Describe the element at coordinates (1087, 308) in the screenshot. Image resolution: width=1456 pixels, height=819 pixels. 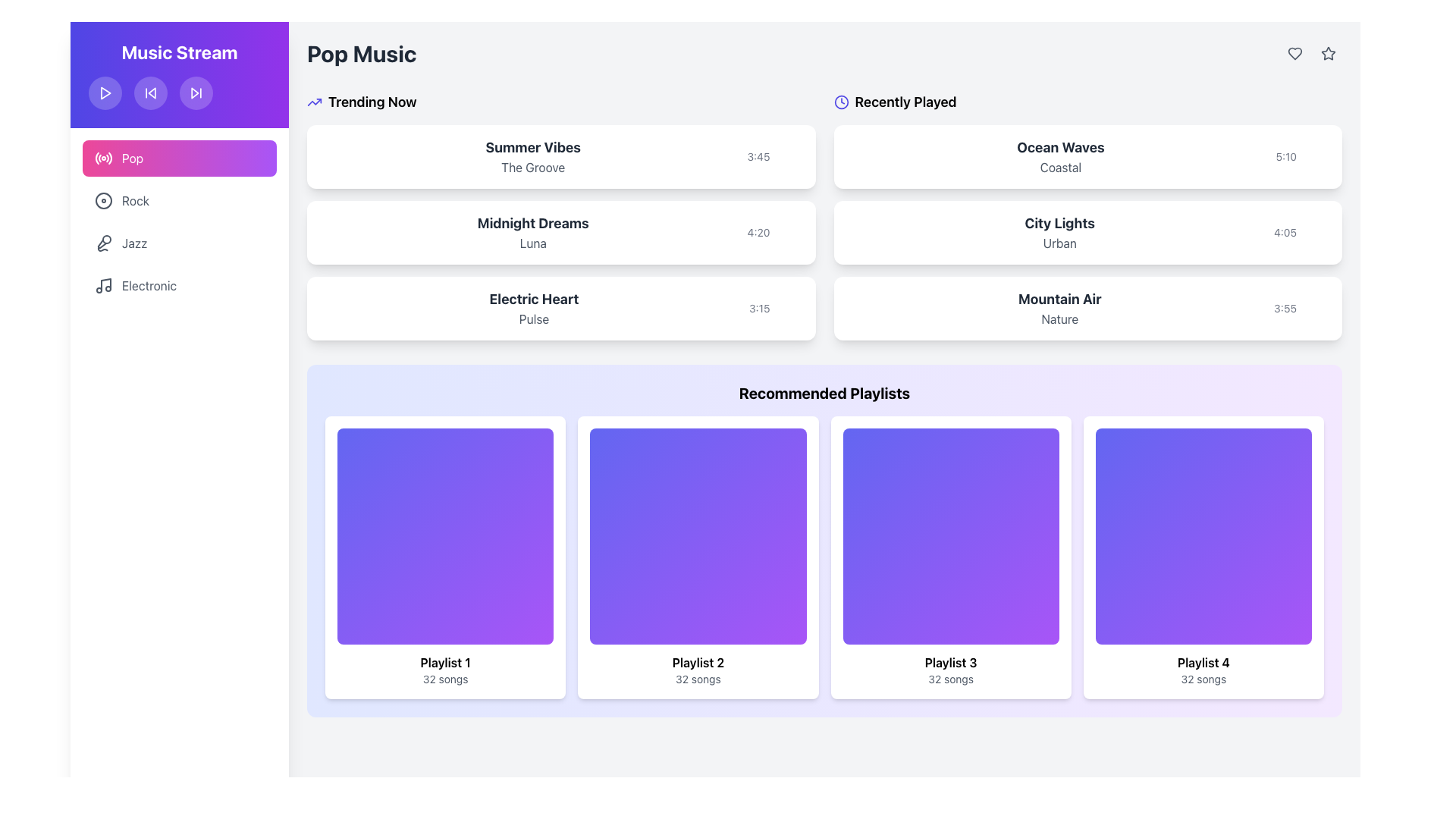
I see `the 'Mountain Air' clickable interactive card located in the 'Recently Played' section` at that location.